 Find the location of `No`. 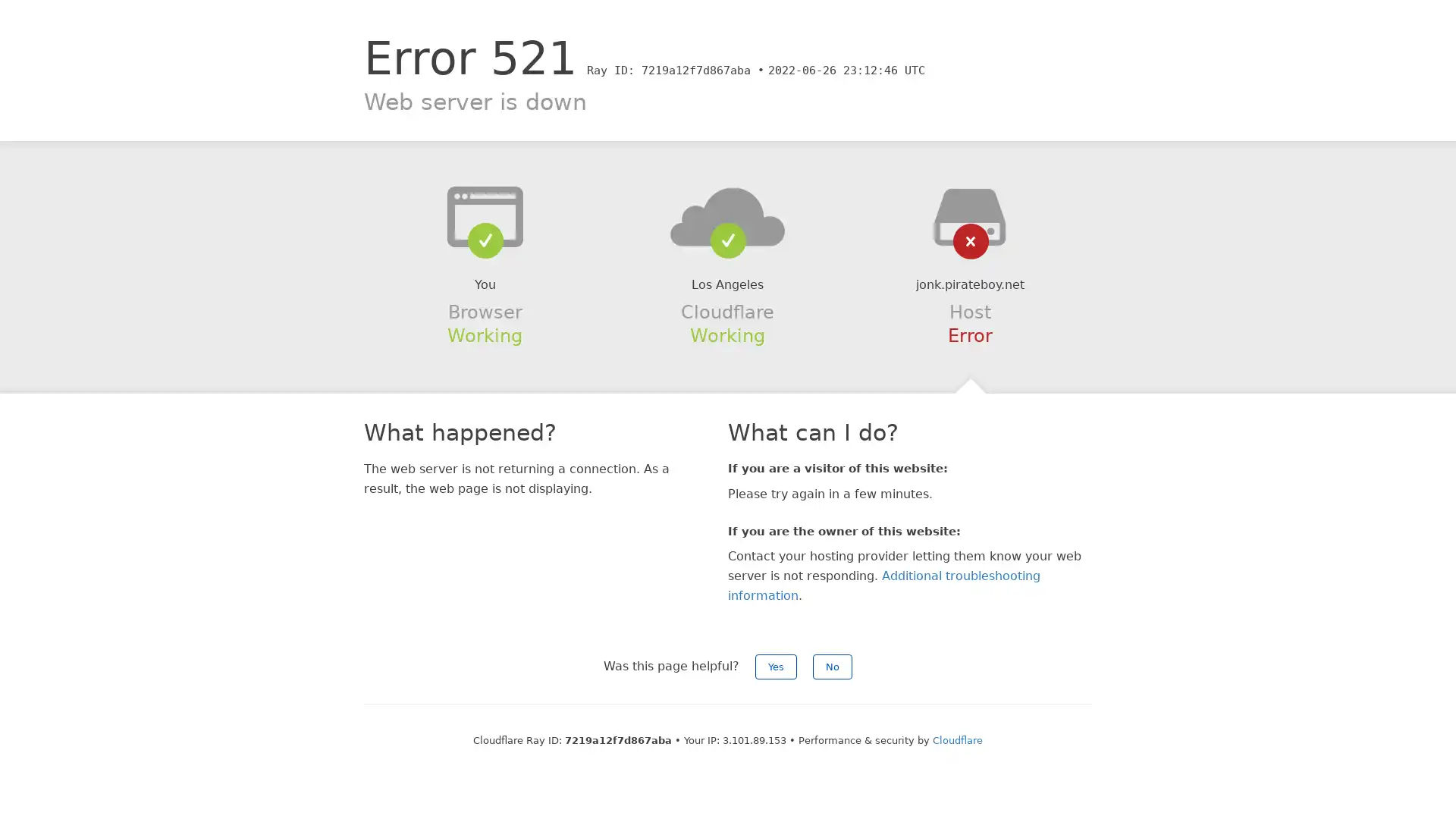

No is located at coordinates (832, 666).